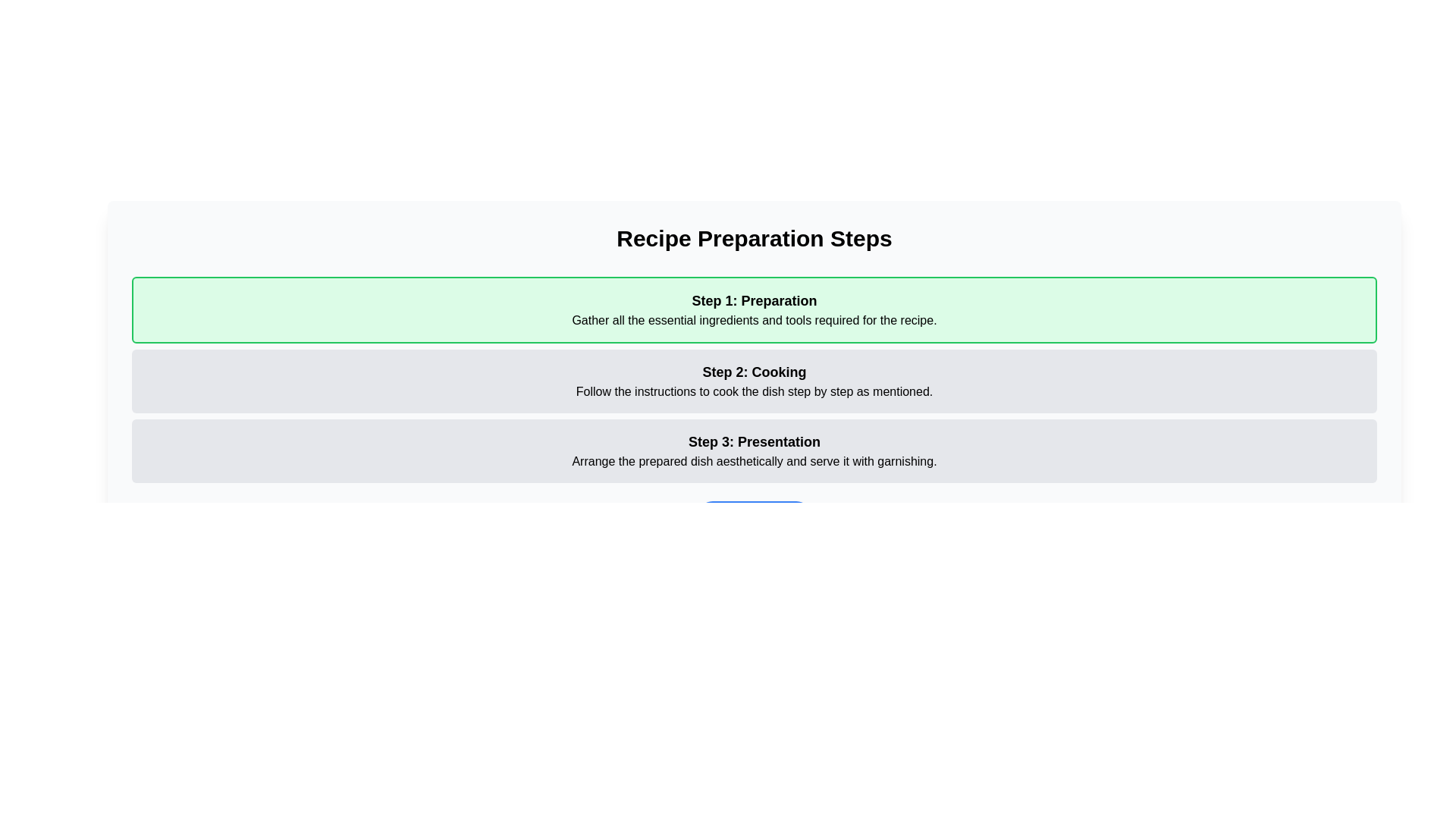 The height and width of the screenshot is (819, 1456). I want to click on the static text element that reads 'Gather all the essential ingredients and tools required for the recipe.' located under the bold text 'Step 1: Preparation.', so click(754, 320).